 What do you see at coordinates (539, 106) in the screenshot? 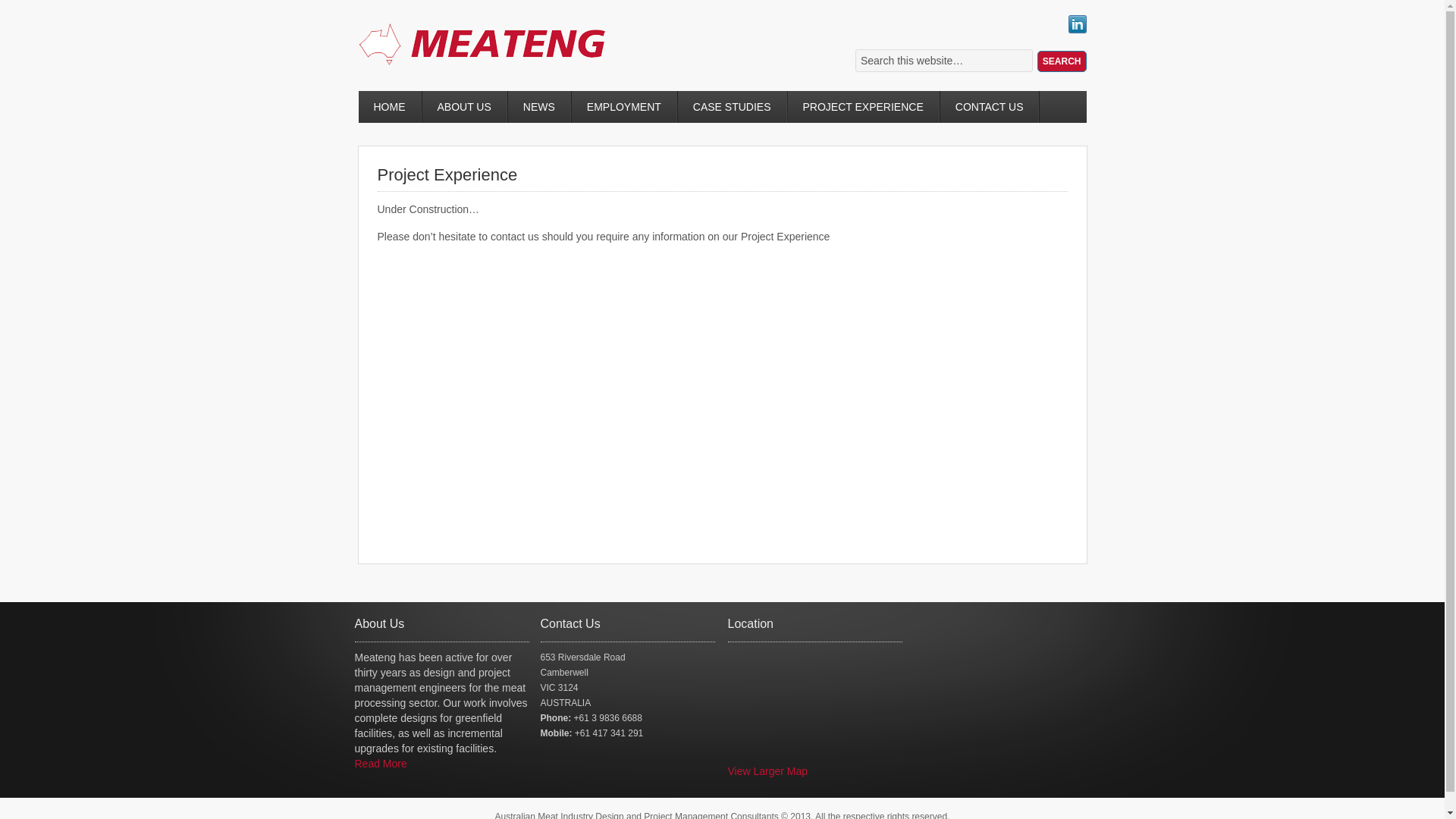
I see `'NEWS'` at bounding box center [539, 106].